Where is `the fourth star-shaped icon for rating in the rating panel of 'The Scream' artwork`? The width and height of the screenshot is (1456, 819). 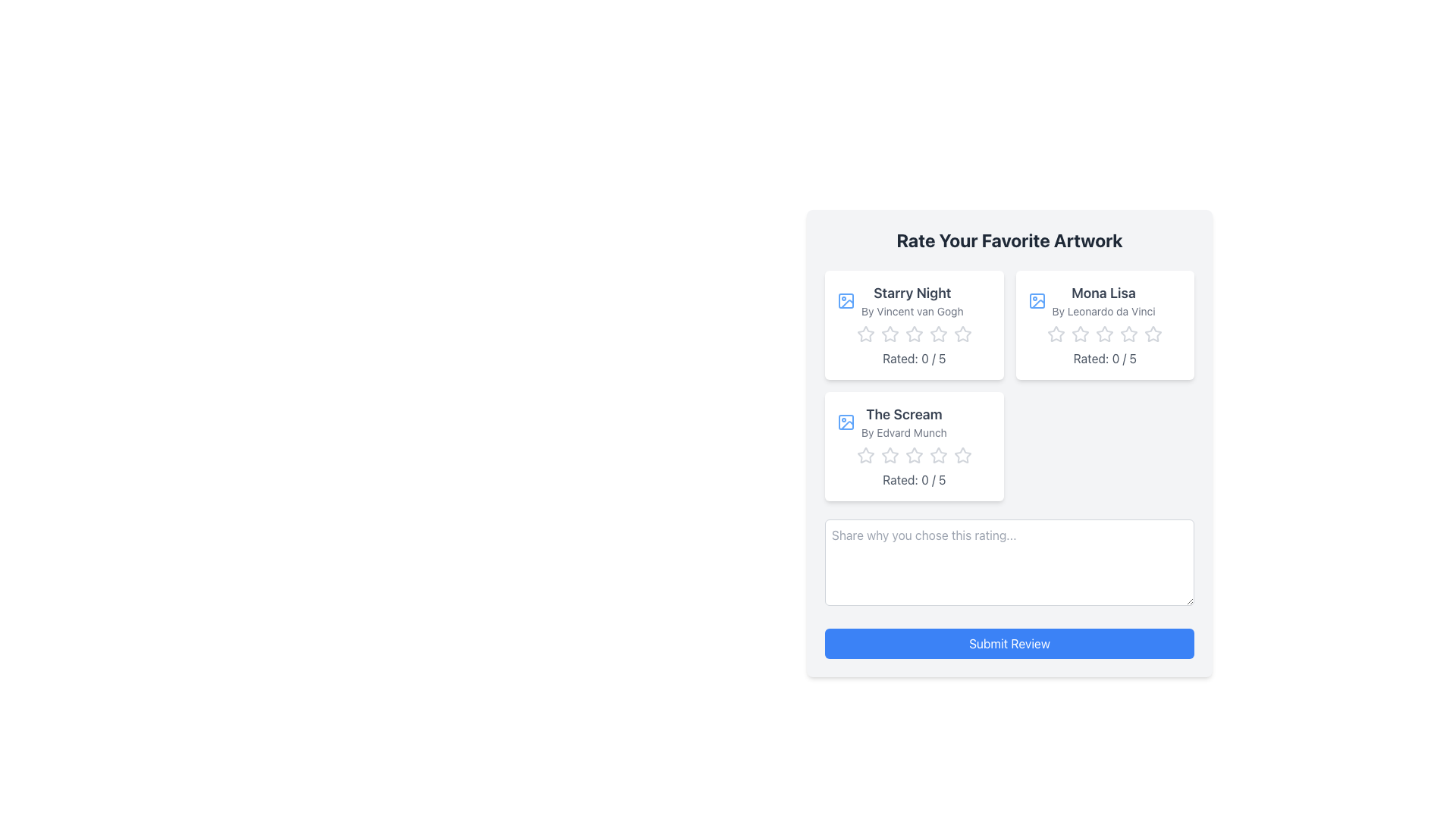 the fourth star-shaped icon for rating in the rating panel of 'The Scream' artwork is located at coordinates (937, 454).